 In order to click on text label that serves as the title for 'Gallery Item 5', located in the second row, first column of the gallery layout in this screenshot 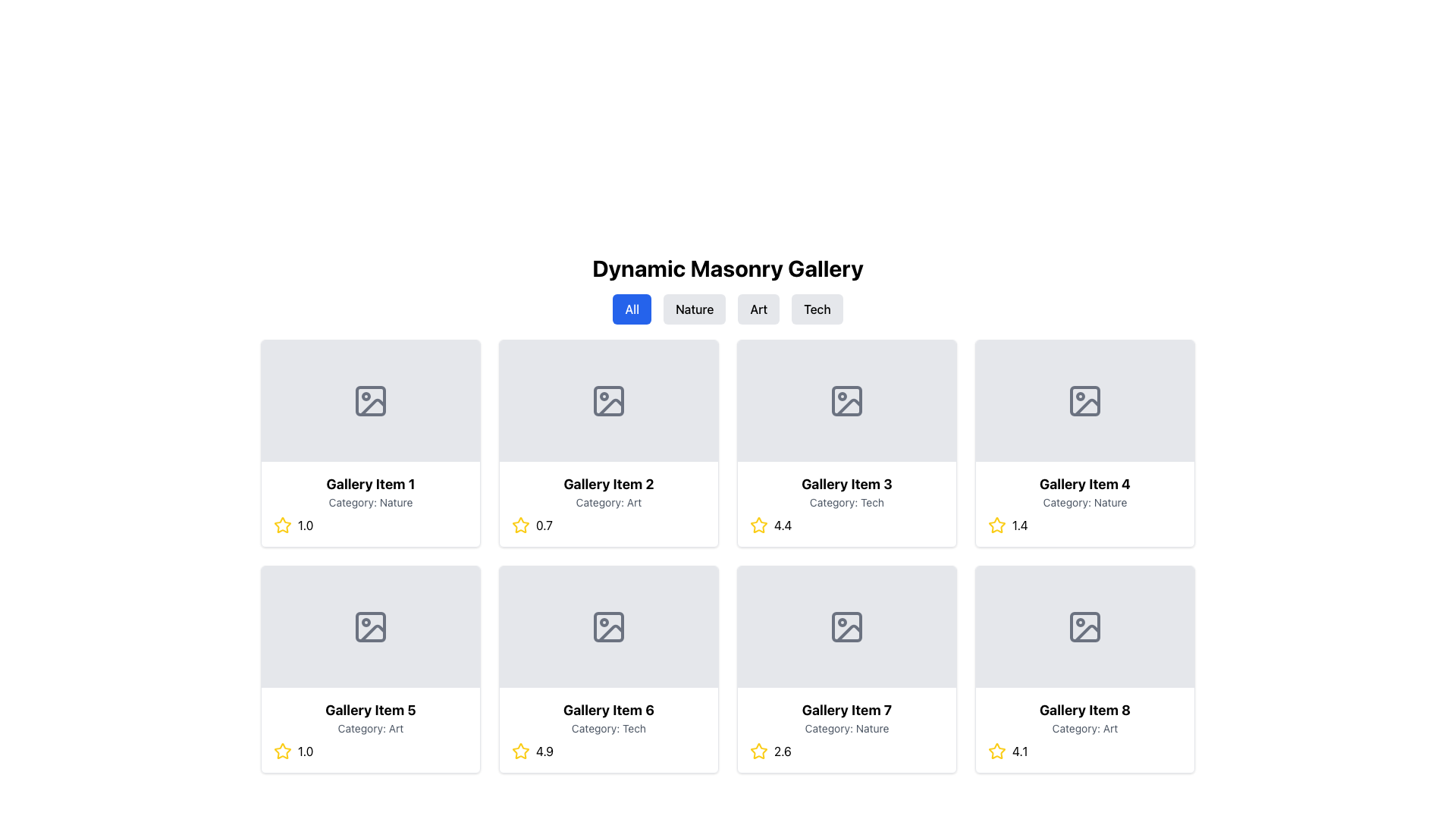, I will do `click(371, 711)`.